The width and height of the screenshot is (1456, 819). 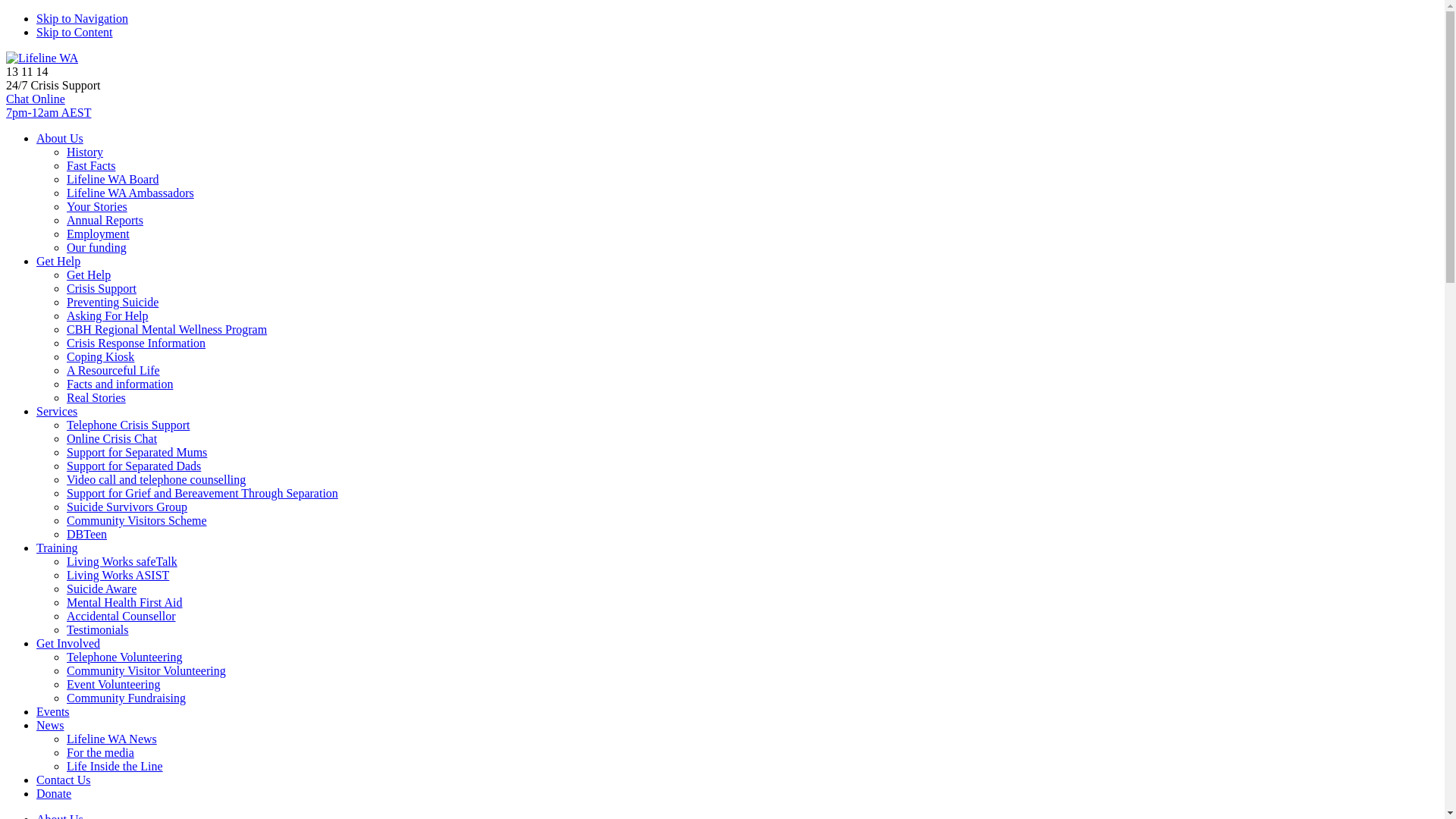 I want to click on 'Get Help', so click(x=58, y=260).